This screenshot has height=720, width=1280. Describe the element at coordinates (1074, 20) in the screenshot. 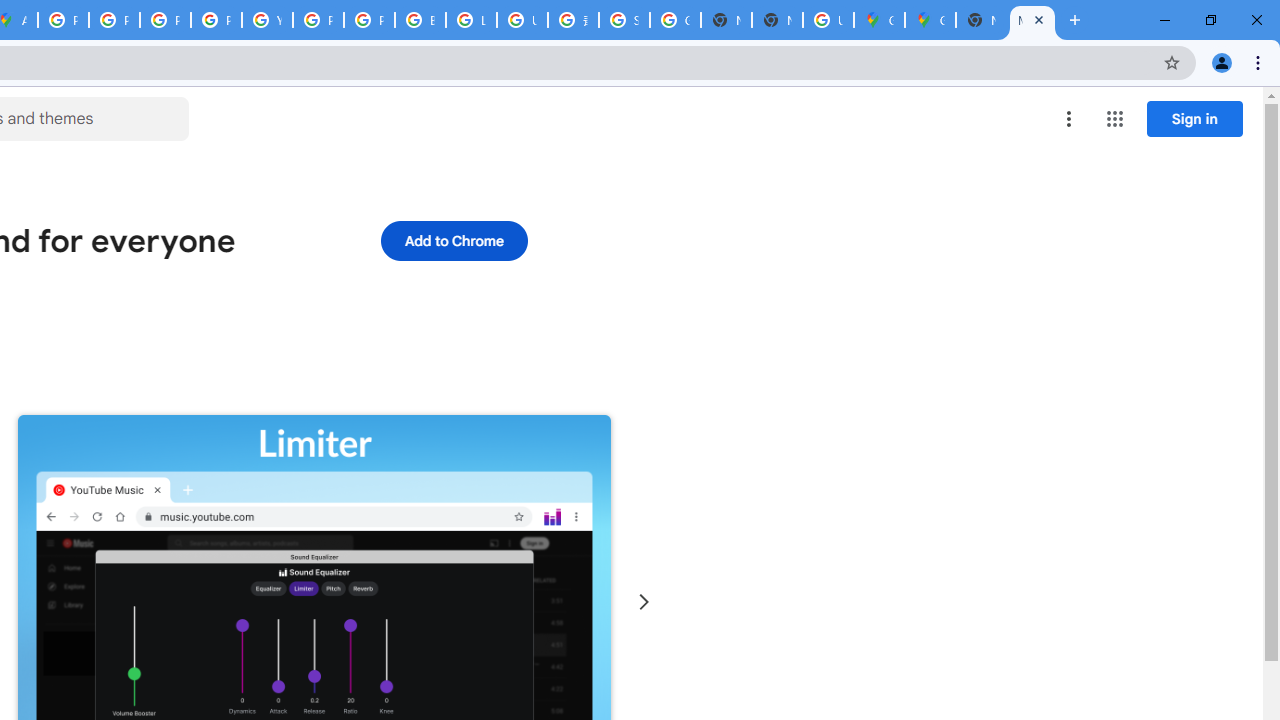

I see `'New Tab'` at that location.